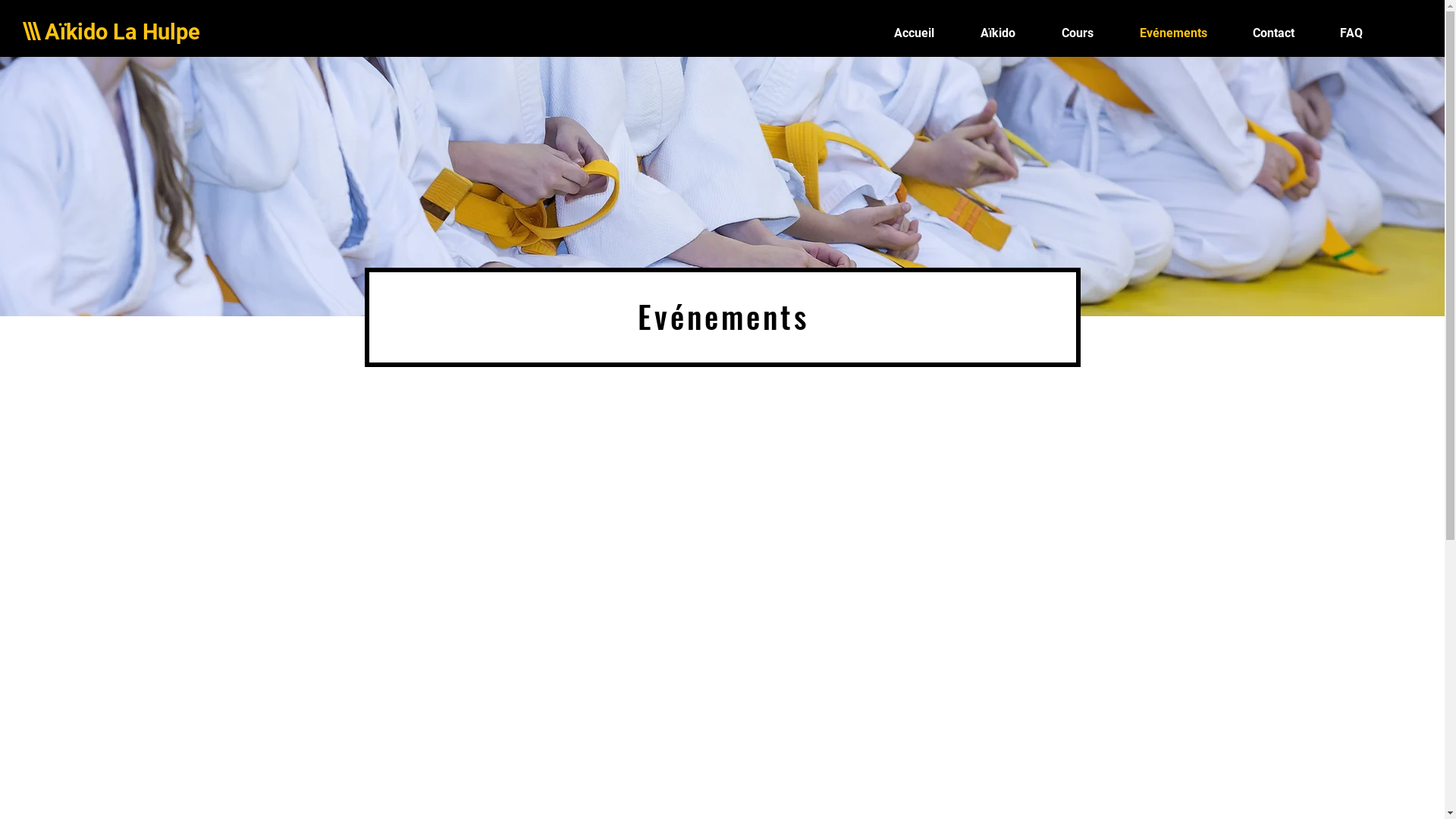  I want to click on 'Accueil', so click(870, 33).